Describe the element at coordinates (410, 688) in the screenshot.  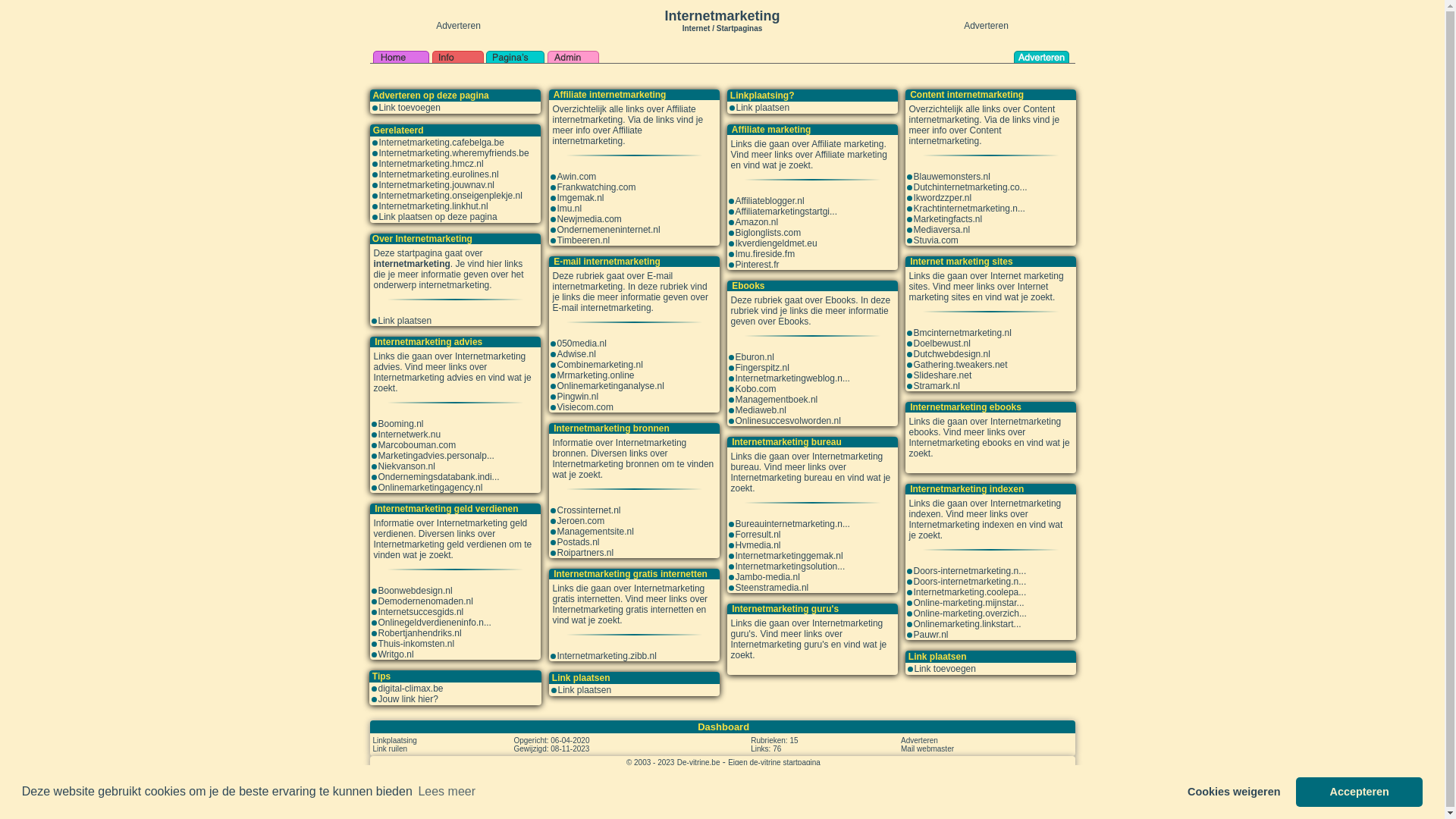
I see `'digital-climax.be'` at that location.